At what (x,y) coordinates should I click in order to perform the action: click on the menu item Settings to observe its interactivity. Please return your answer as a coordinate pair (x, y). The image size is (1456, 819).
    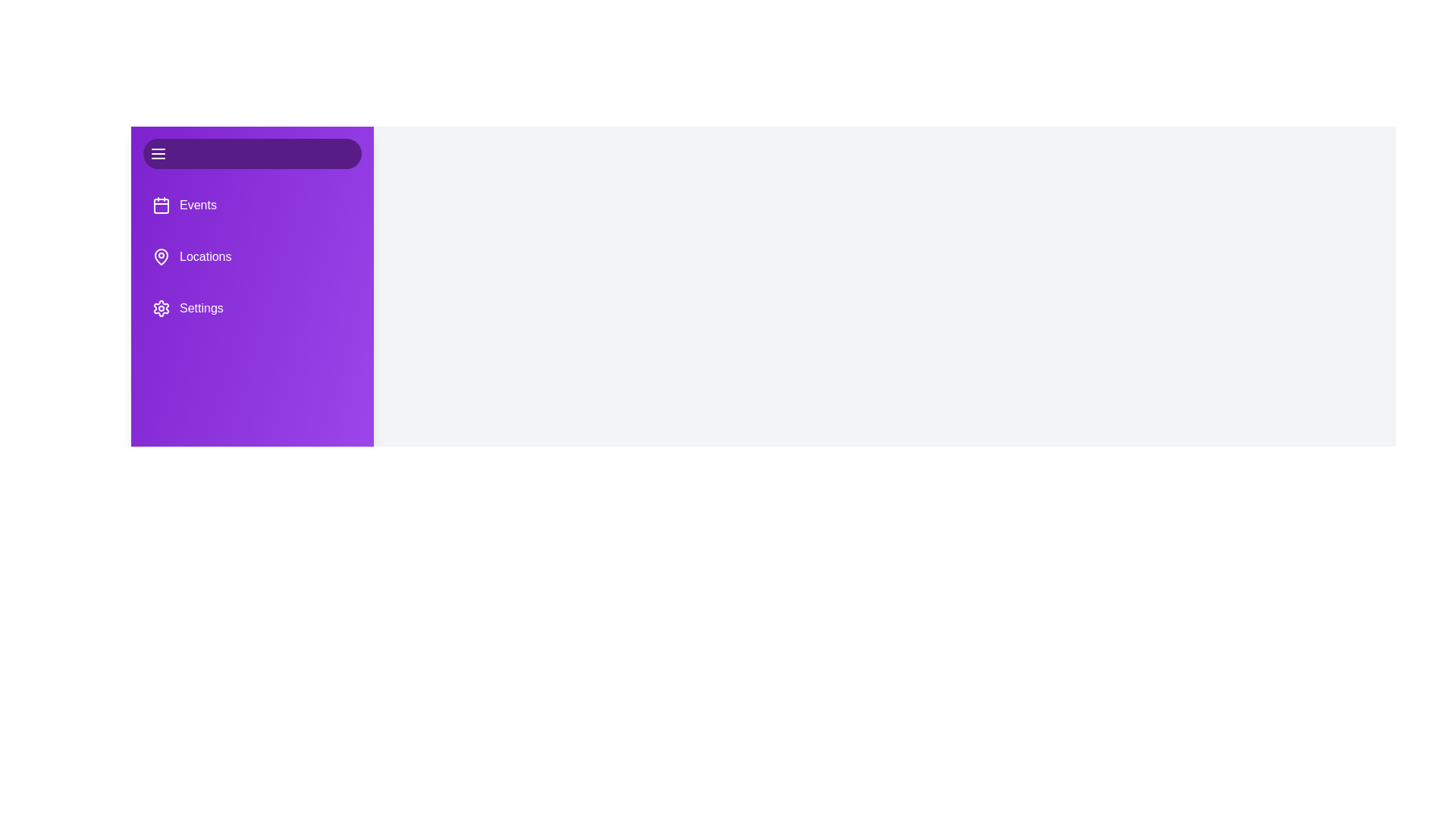
    Looking at the image, I should click on (252, 308).